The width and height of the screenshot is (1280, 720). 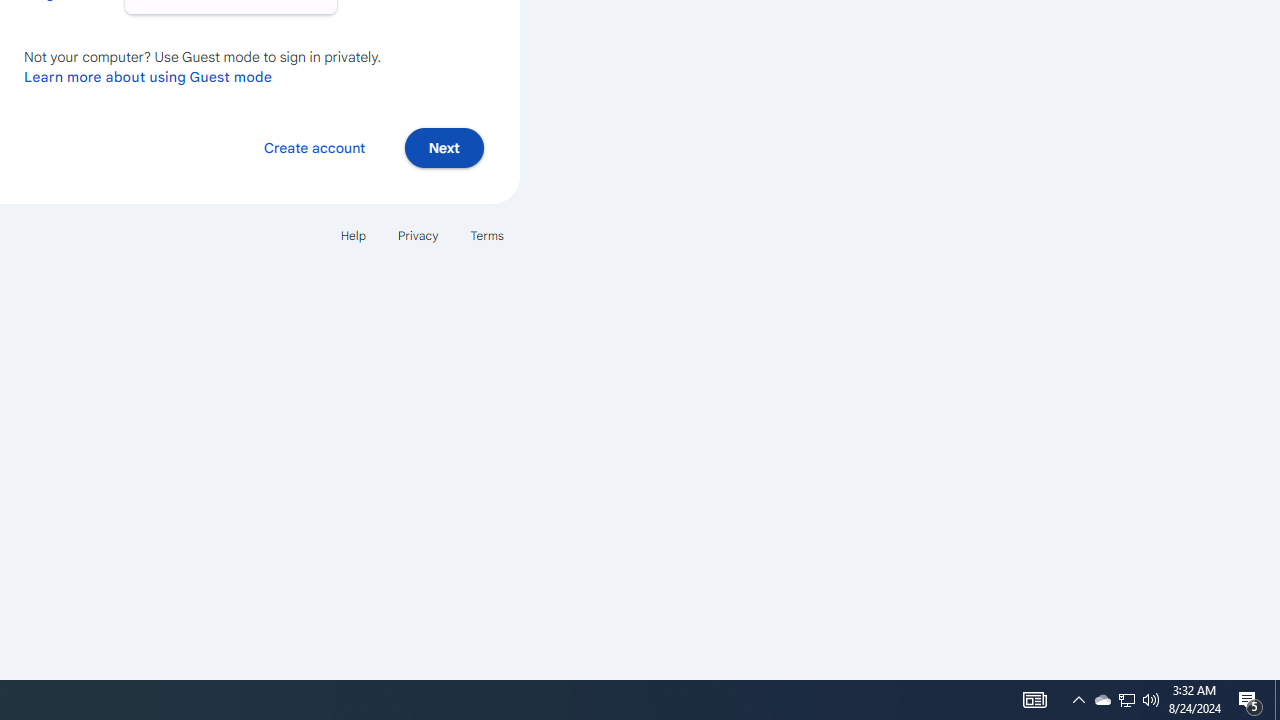 I want to click on 'Create account', so click(x=313, y=146).